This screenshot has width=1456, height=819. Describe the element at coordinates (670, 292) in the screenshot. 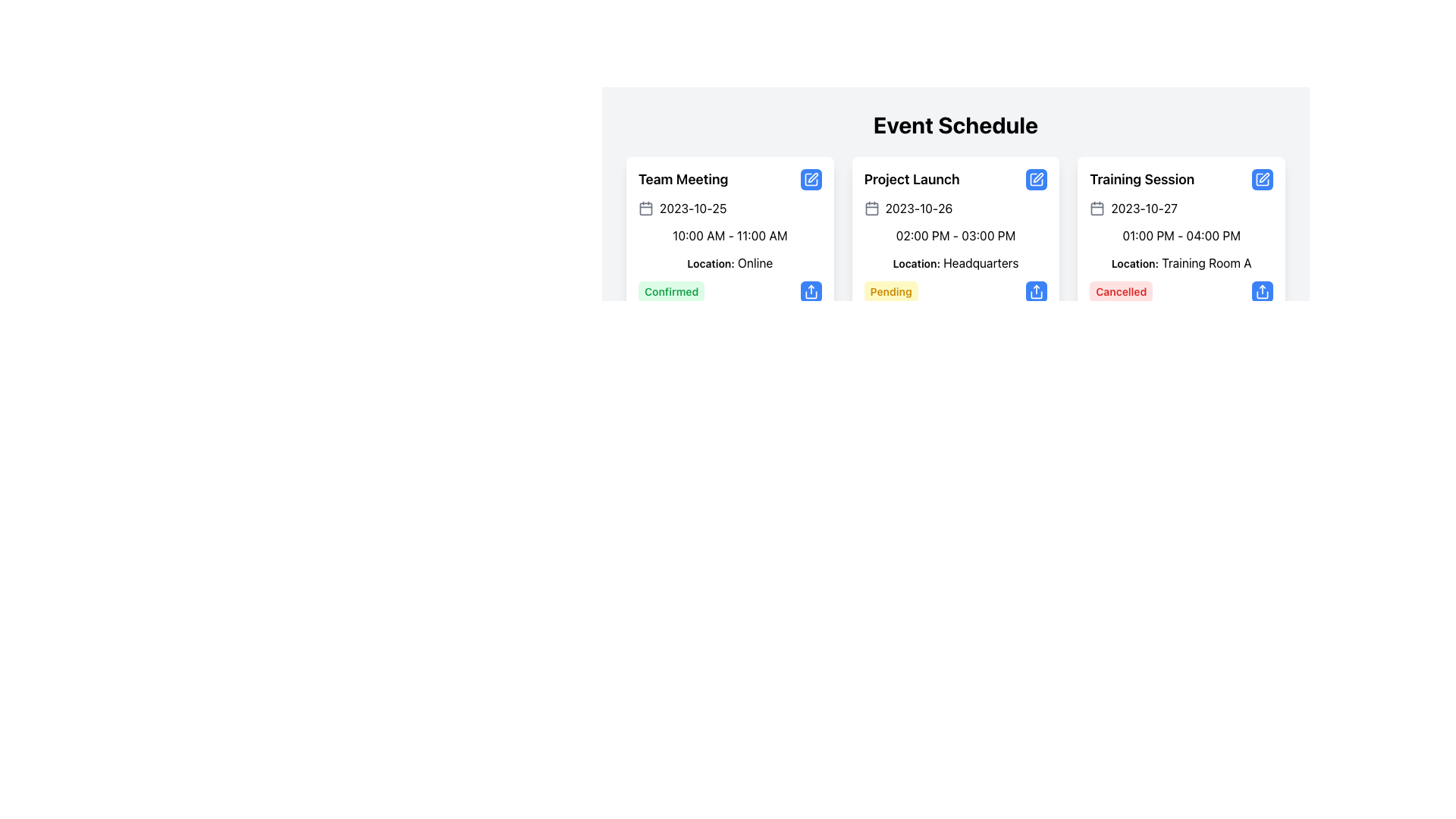

I see `the 'Confirmed' badge, which is a rectangular tag with a green background and rounded corners, located at the bottom-left corner of the 'Team Meeting' event card in the 'Event Schedule' interface` at that location.